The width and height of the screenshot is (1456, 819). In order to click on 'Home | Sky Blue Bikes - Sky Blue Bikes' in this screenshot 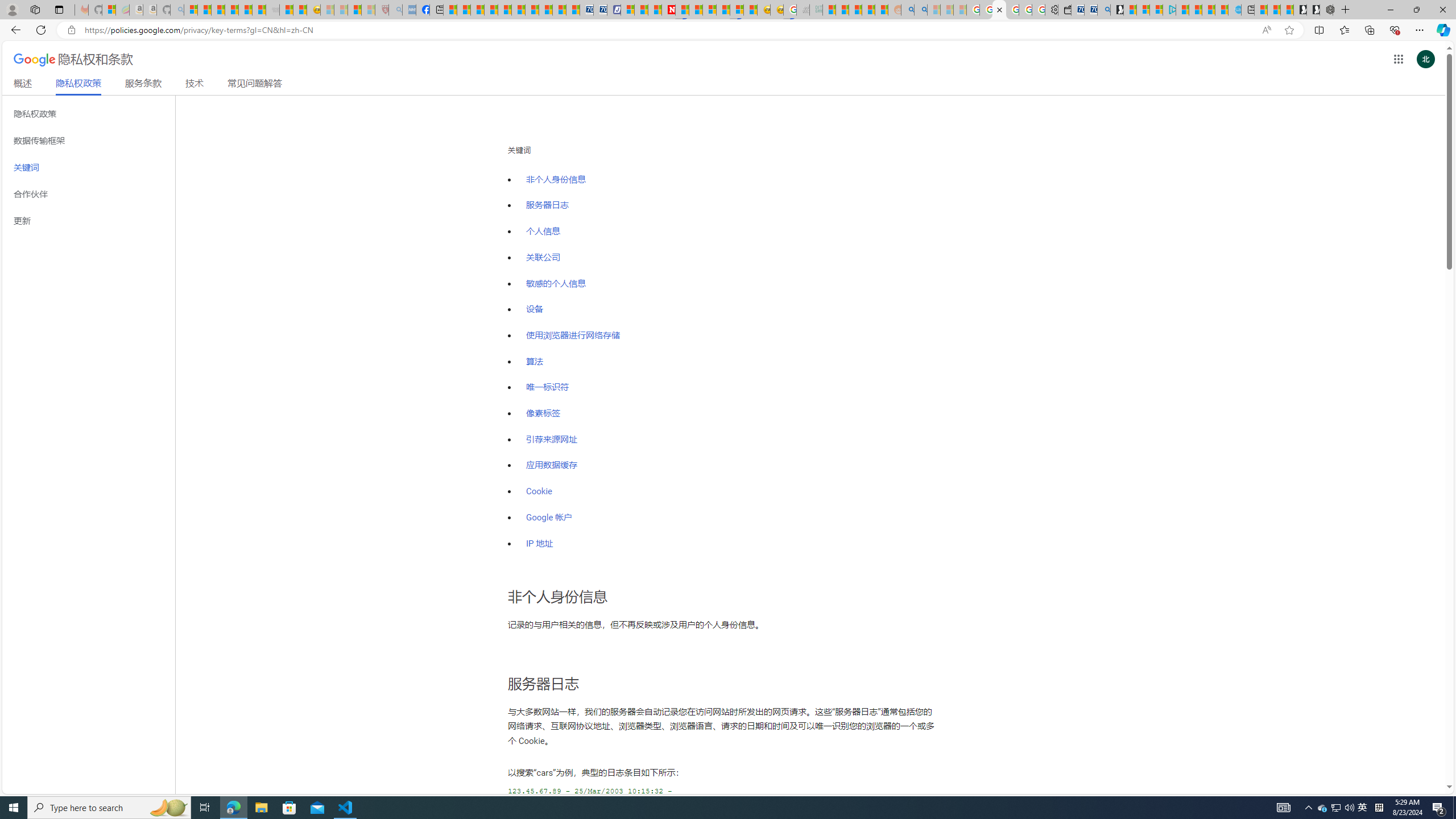, I will do `click(1234, 9)`.